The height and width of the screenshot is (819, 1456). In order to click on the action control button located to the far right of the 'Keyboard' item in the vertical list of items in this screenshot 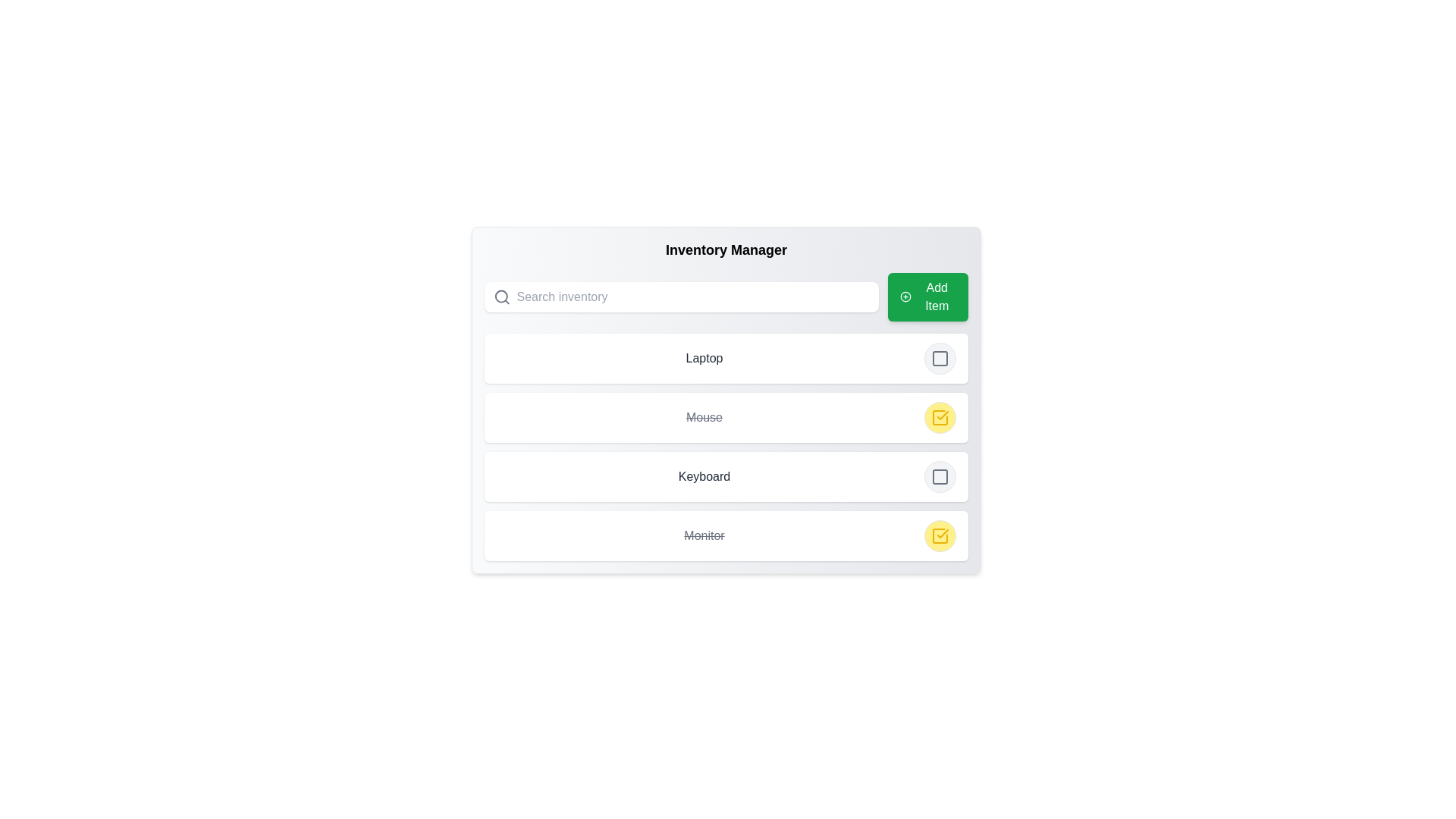, I will do `click(939, 475)`.